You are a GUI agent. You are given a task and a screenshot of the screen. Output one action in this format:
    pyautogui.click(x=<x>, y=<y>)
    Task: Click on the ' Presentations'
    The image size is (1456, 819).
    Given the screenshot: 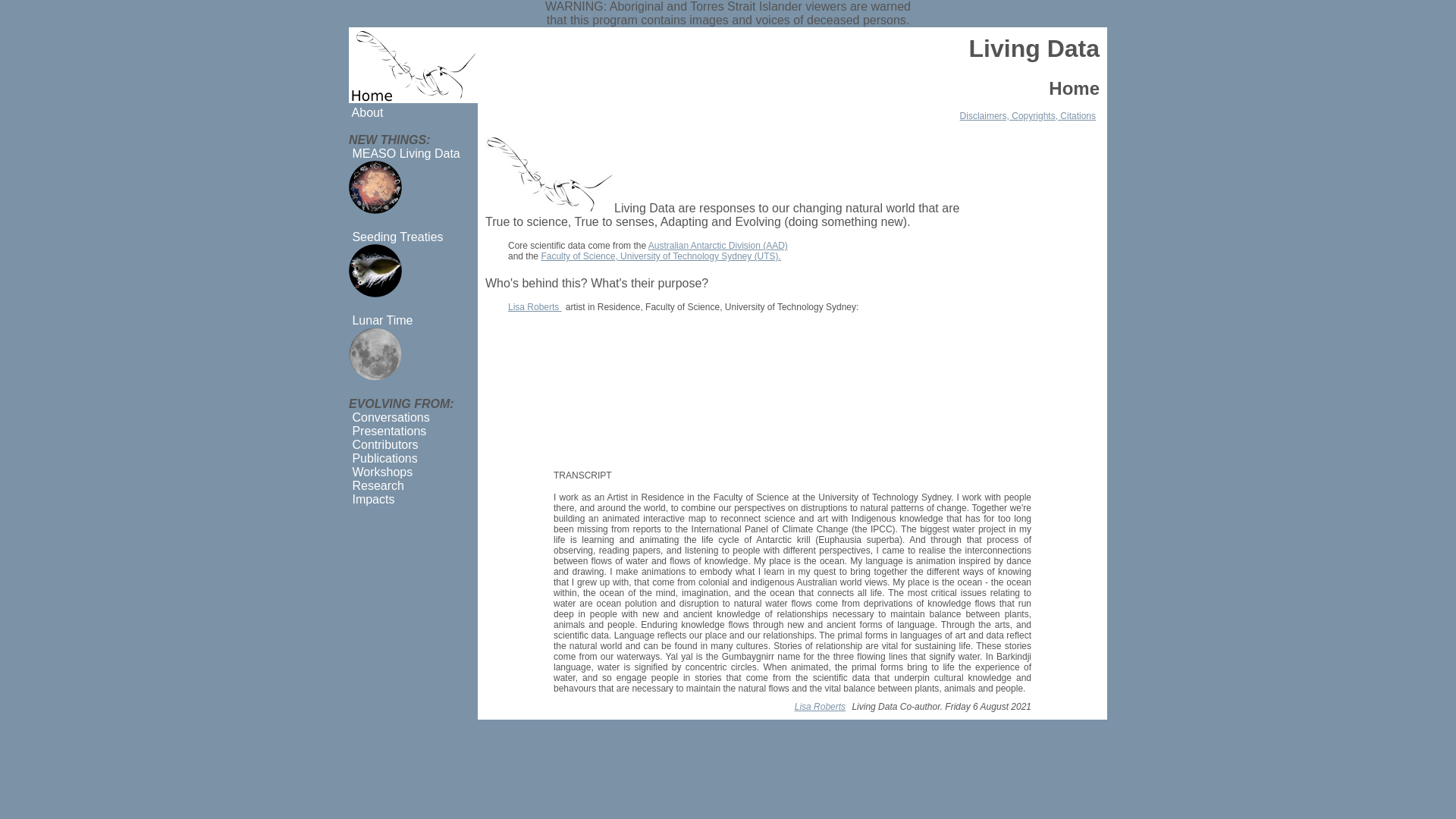 What is the action you would take?
    pyautogui.click(x=387, y=431)
    